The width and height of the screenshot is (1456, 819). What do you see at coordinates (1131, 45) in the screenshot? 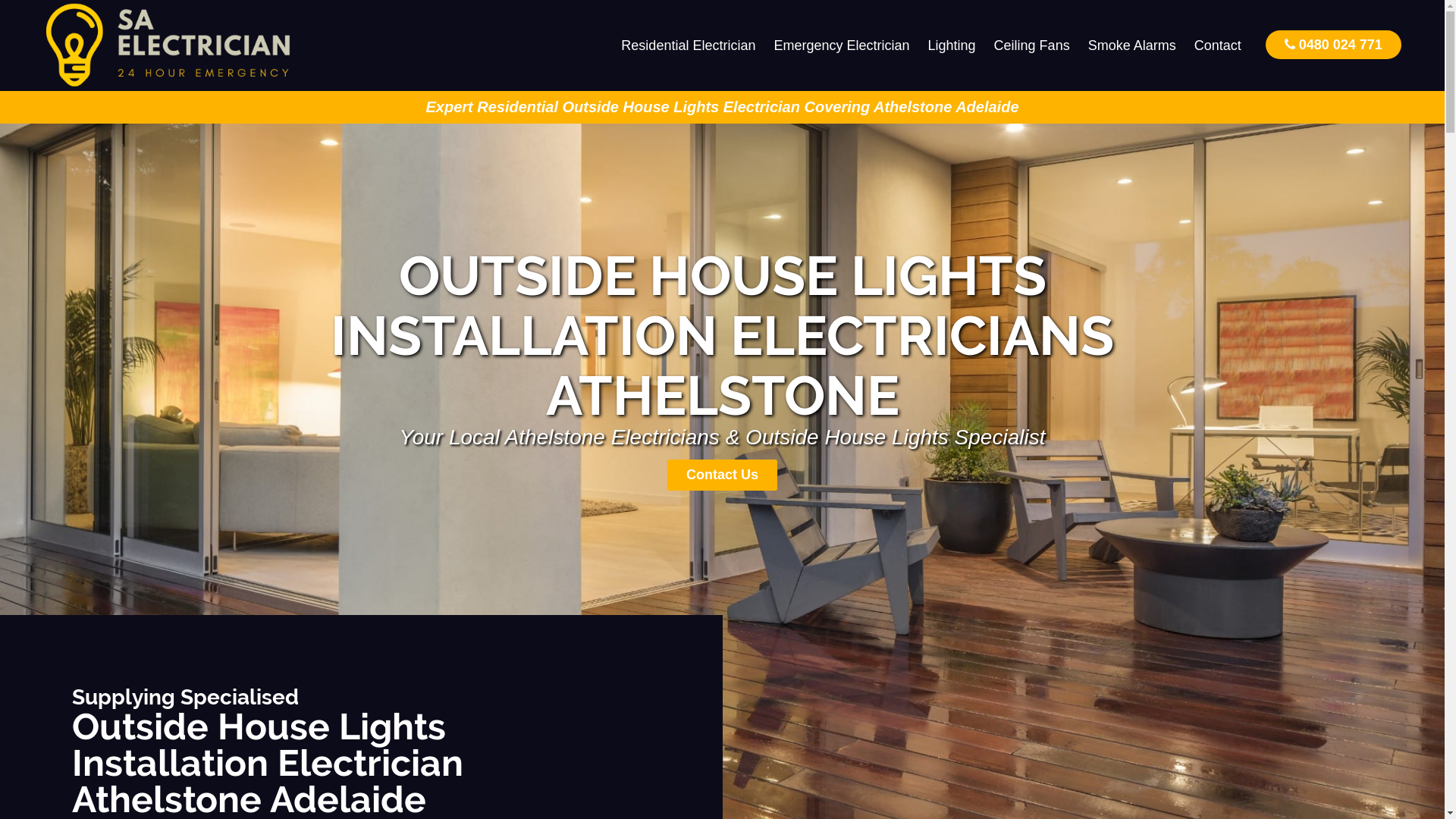
I see `'Smoke Alarms'` at bounding box center [1131, 45].